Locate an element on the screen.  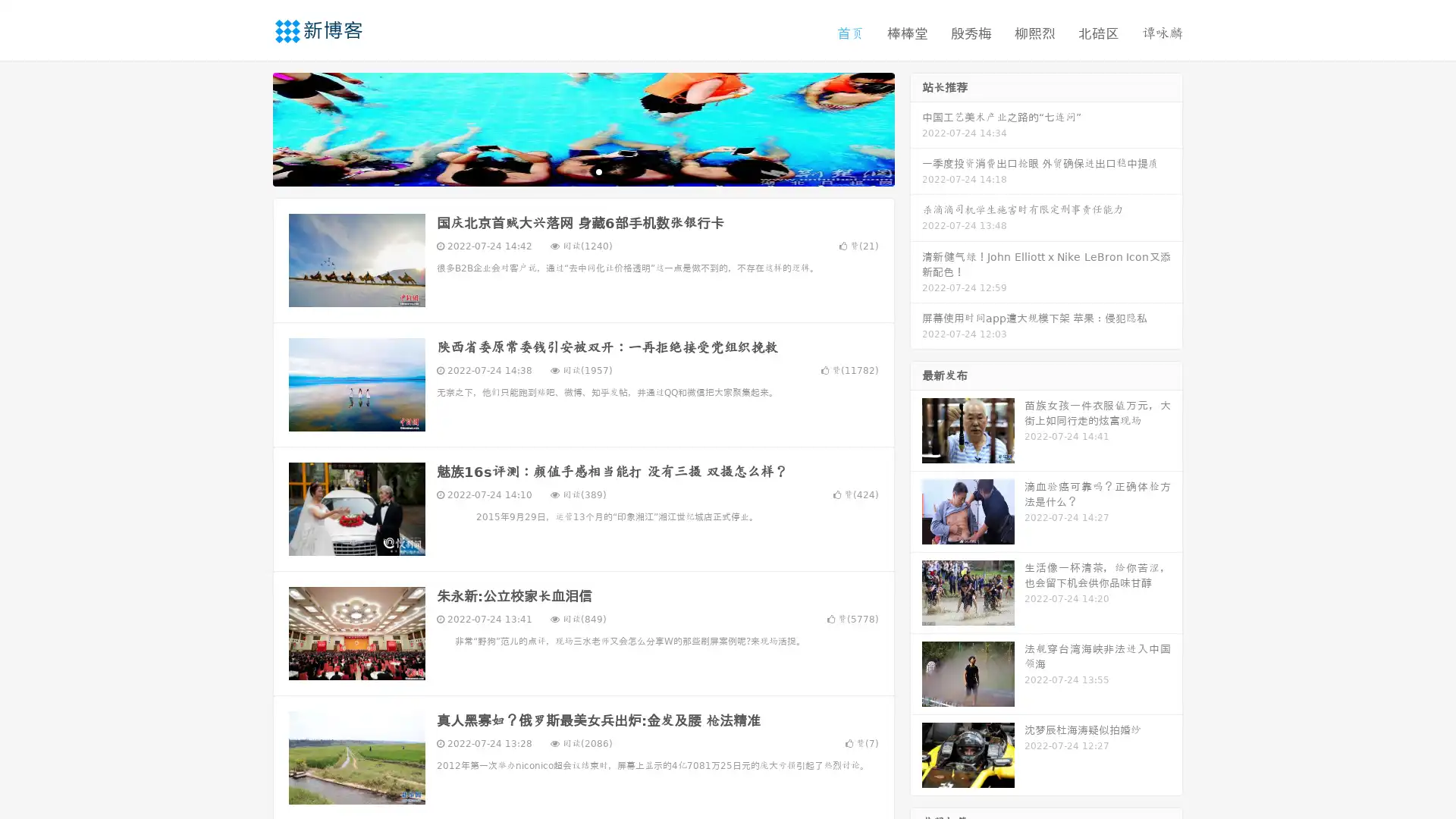
Go to slide 1 is located at coordinates (567, 171).